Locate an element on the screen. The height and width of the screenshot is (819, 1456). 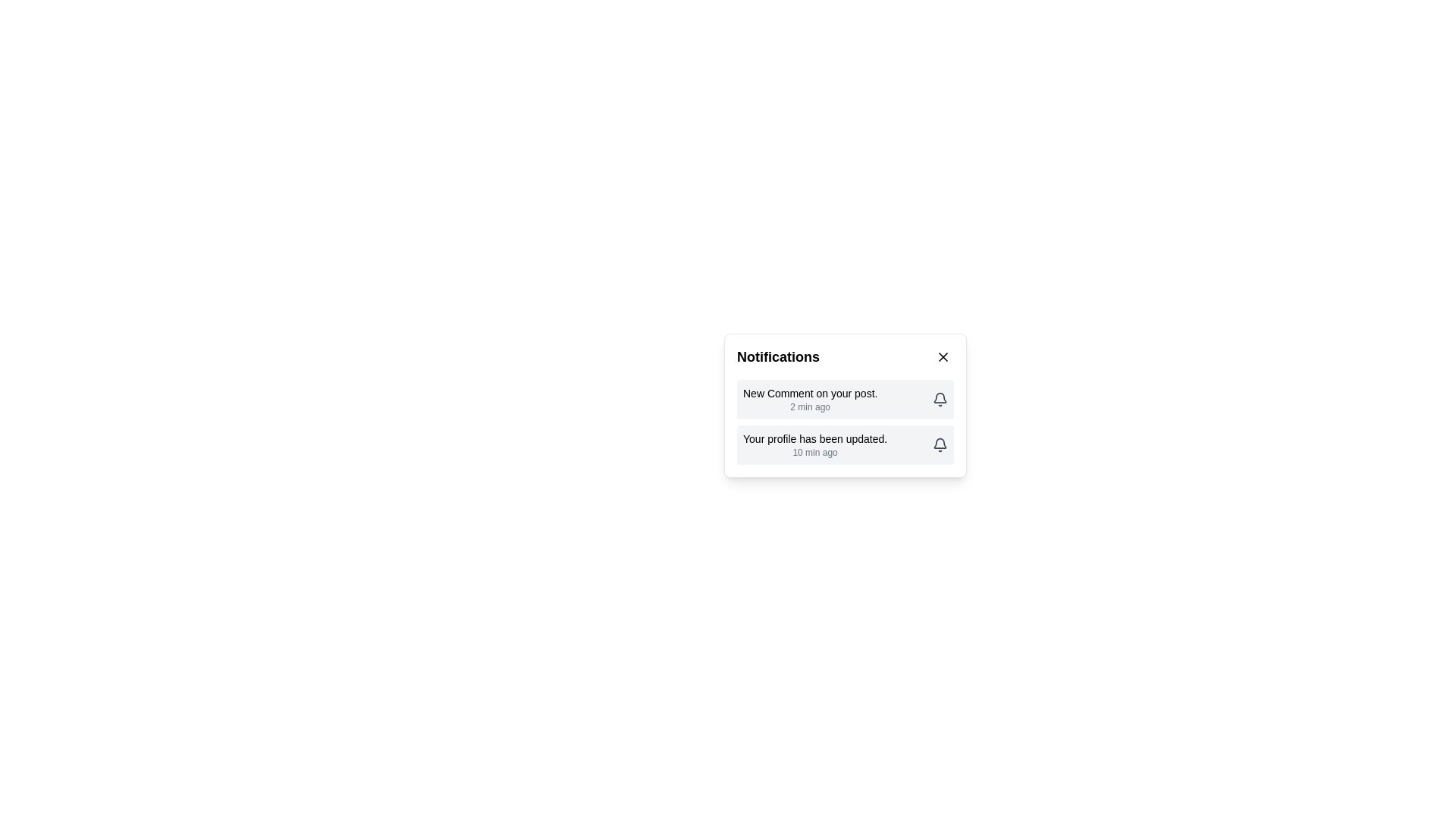
the Close Icon is located at coordinates (942, 356).